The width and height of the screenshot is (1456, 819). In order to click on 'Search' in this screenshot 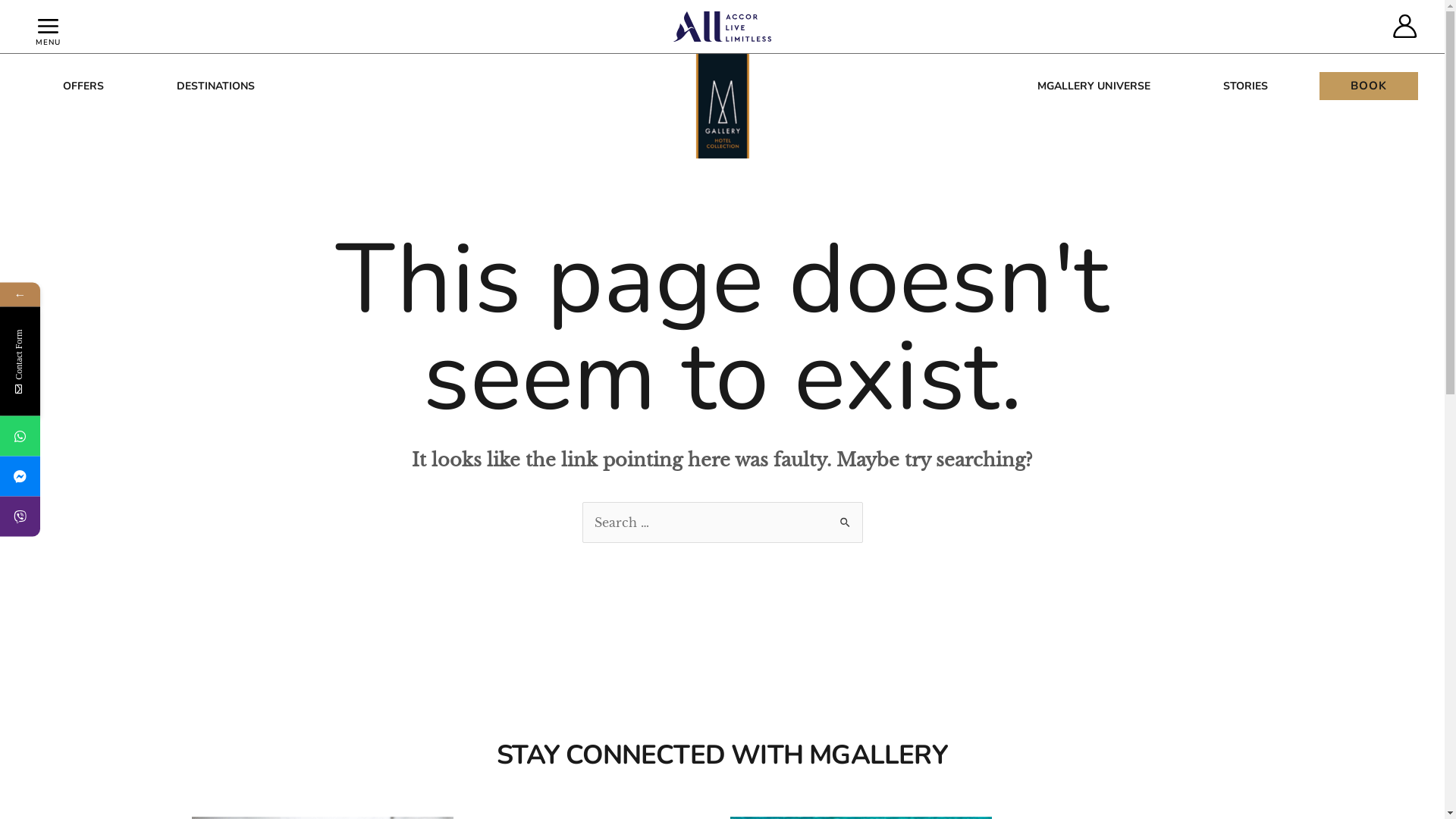, I will do `click(844, 516)`.